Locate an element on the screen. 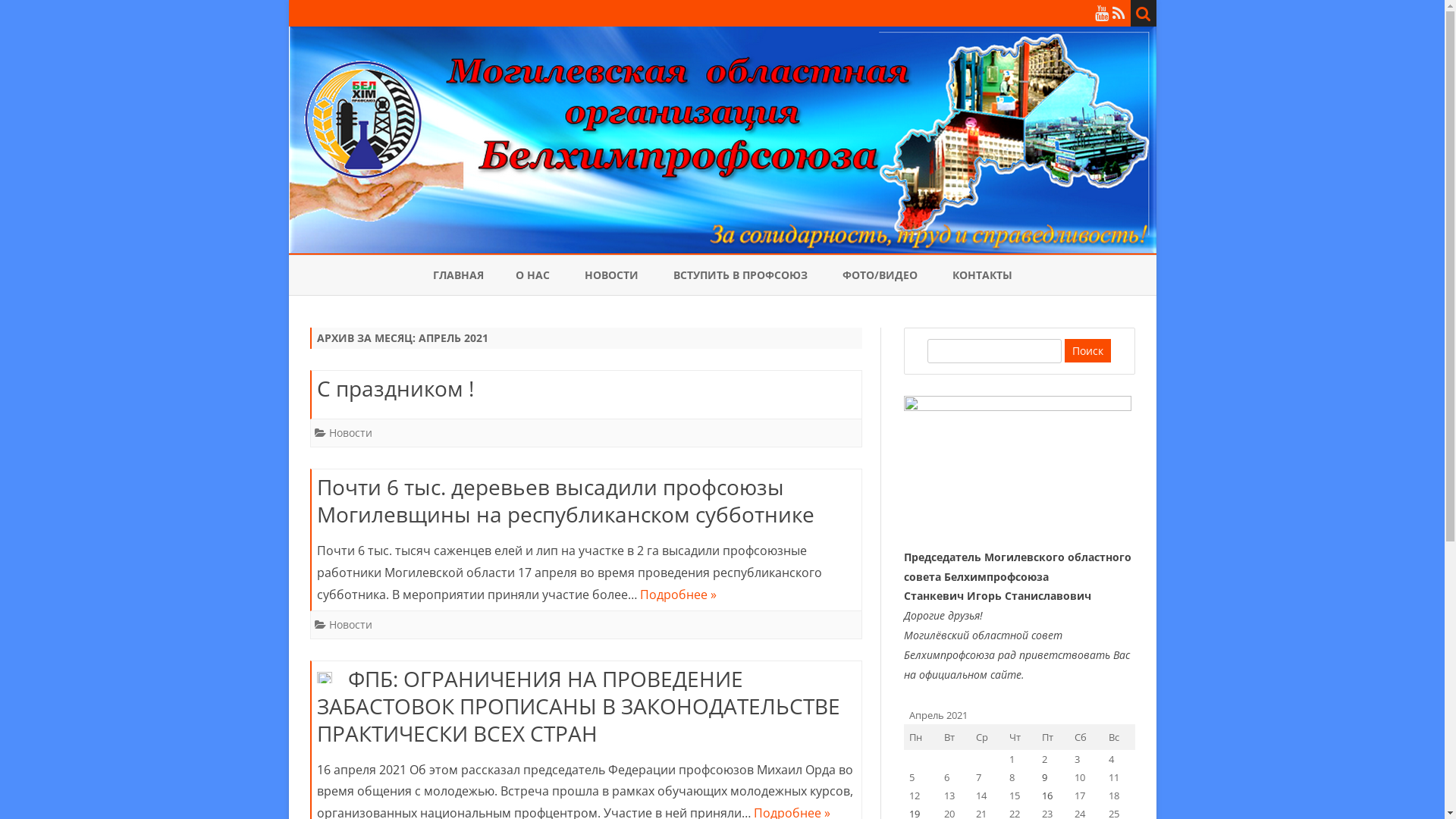 This screenshot has width=1456, height=819. 'RSS' is located at coordinates (1118, 12).